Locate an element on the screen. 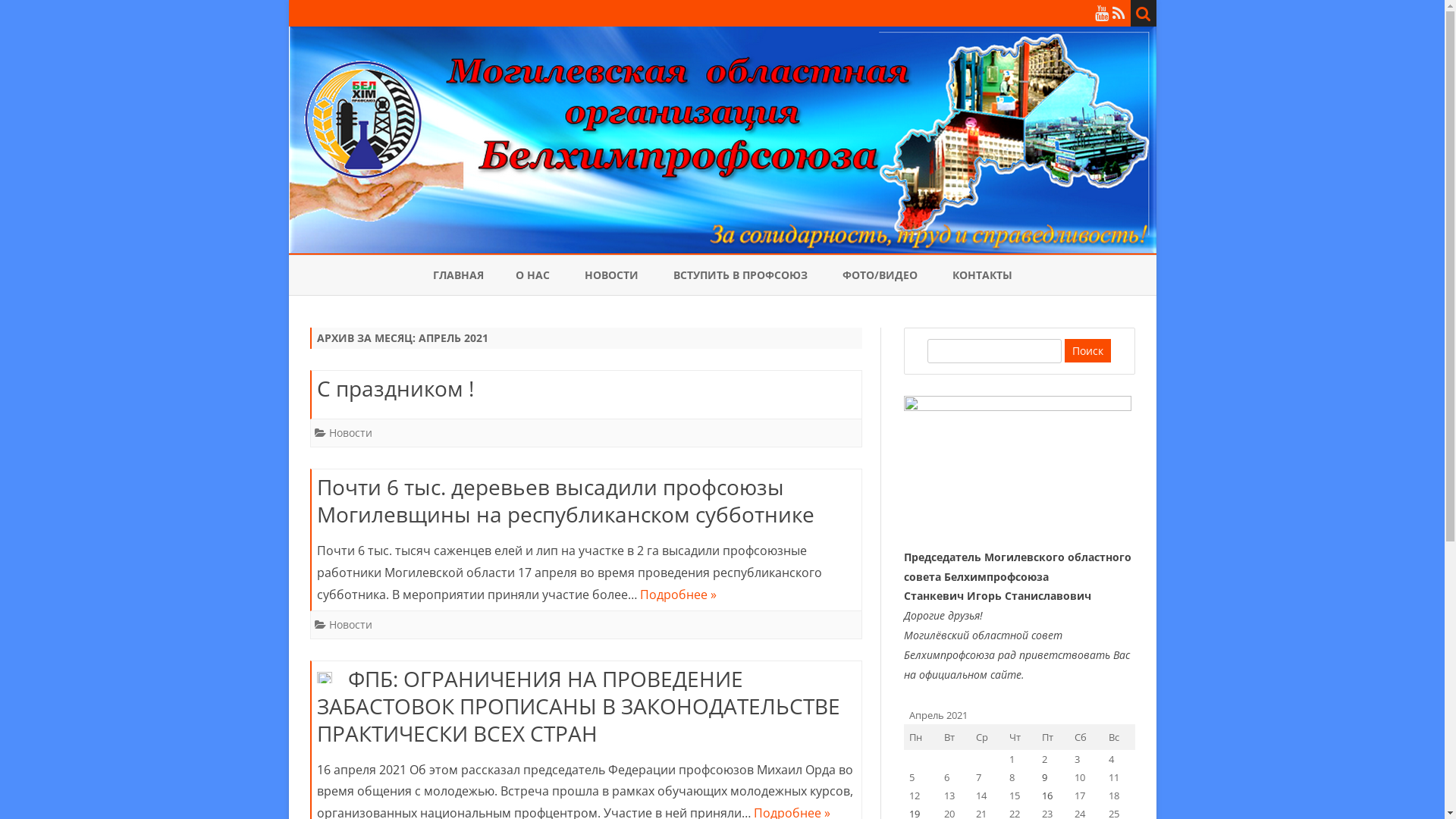 This screenshot has width=1456, height=819. 'RSS' is located at coordinates (1118, 12).